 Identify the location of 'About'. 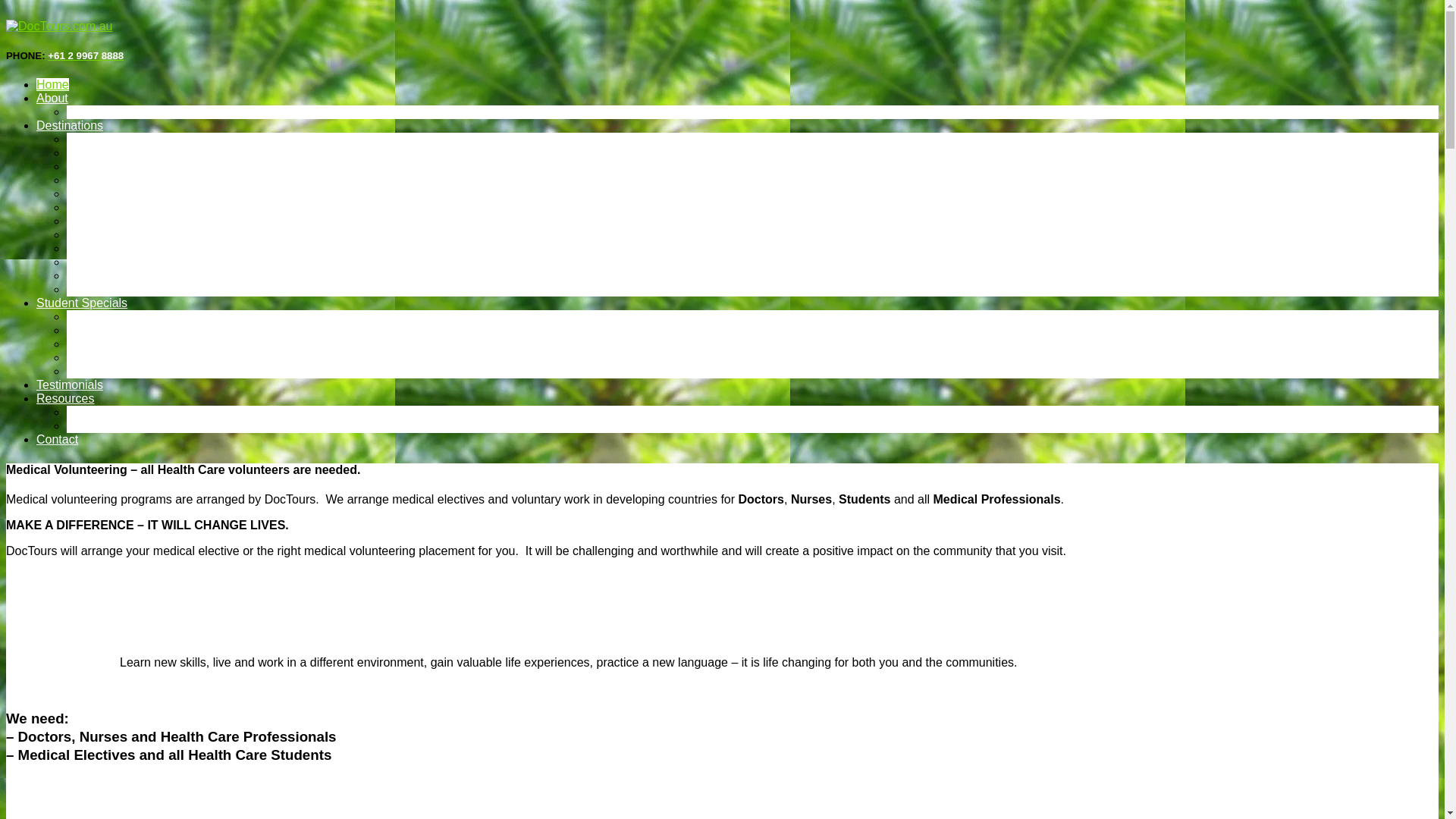
(52, 98).